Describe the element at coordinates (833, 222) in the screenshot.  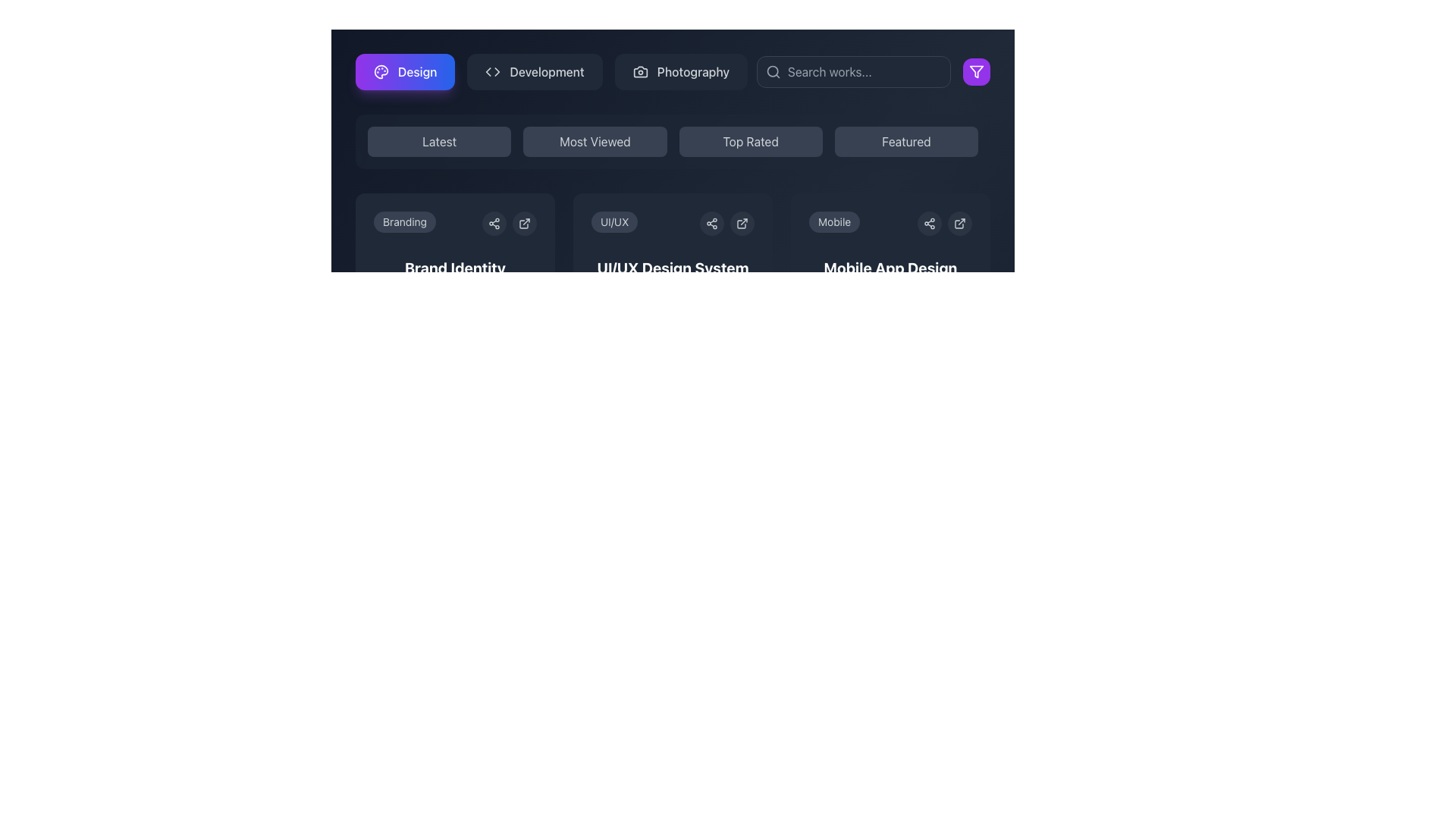
I see `the 'Mobile' text label, which is a small, pill-shaped label with a dark background and light font color, located at the upper-right portion of the interface` at that location.